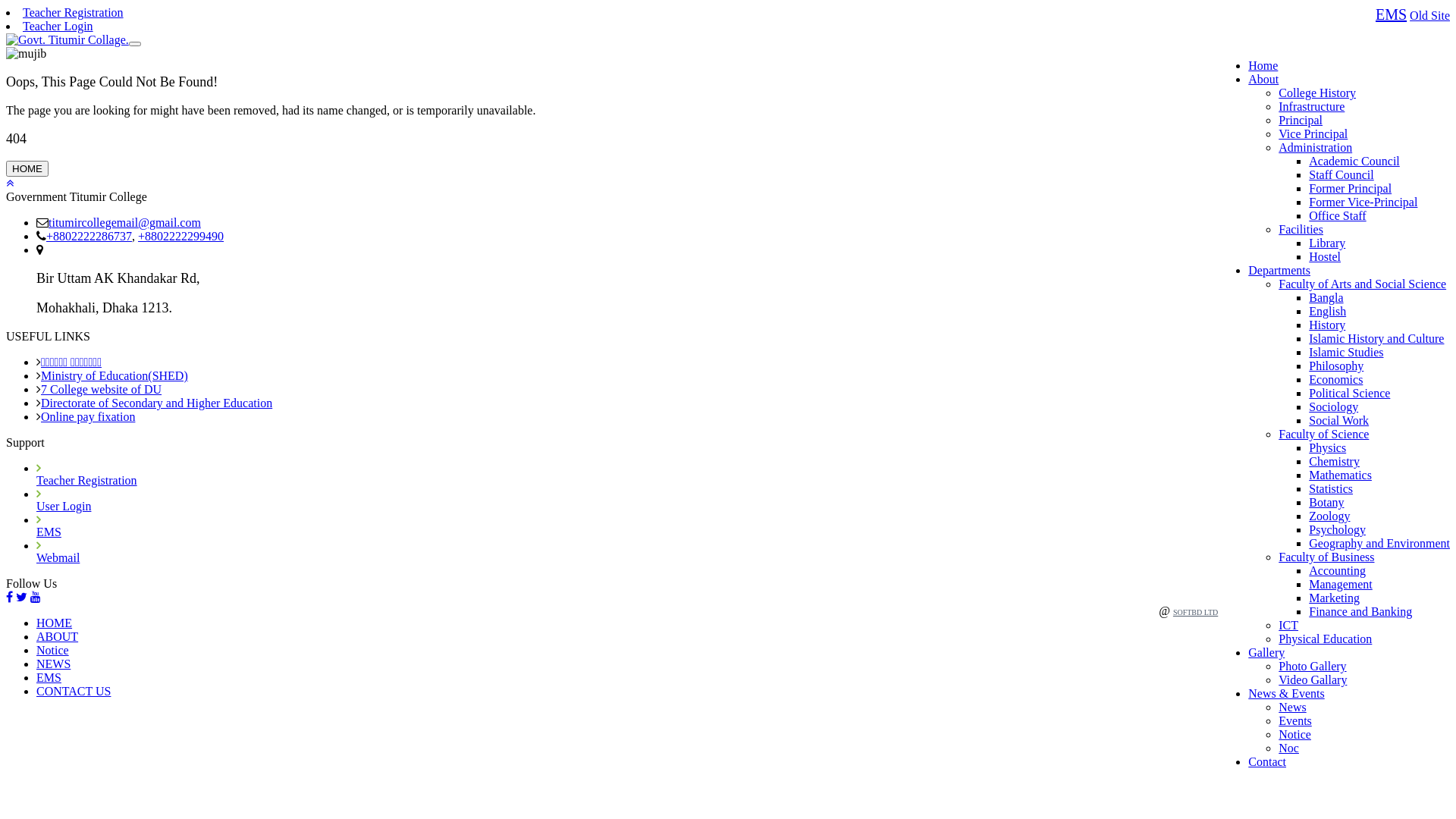 This screenshot has height=819, width=1456. I want to click on 'Directorate of Secondary and Higher Education', so click(156, 402).